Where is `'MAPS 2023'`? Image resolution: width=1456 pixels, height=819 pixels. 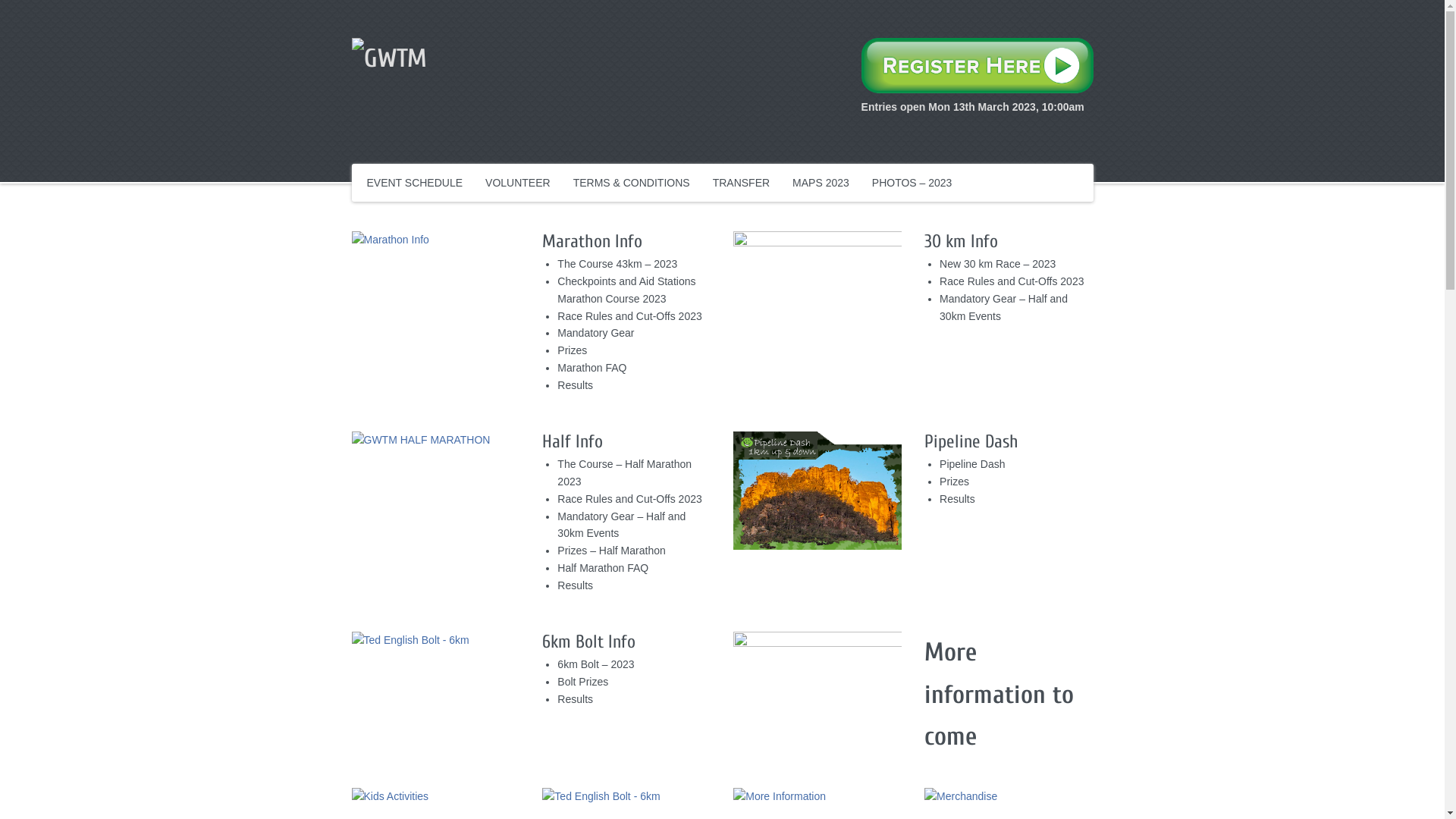 'MAPS 2023' is located at coordinates (820, 181).